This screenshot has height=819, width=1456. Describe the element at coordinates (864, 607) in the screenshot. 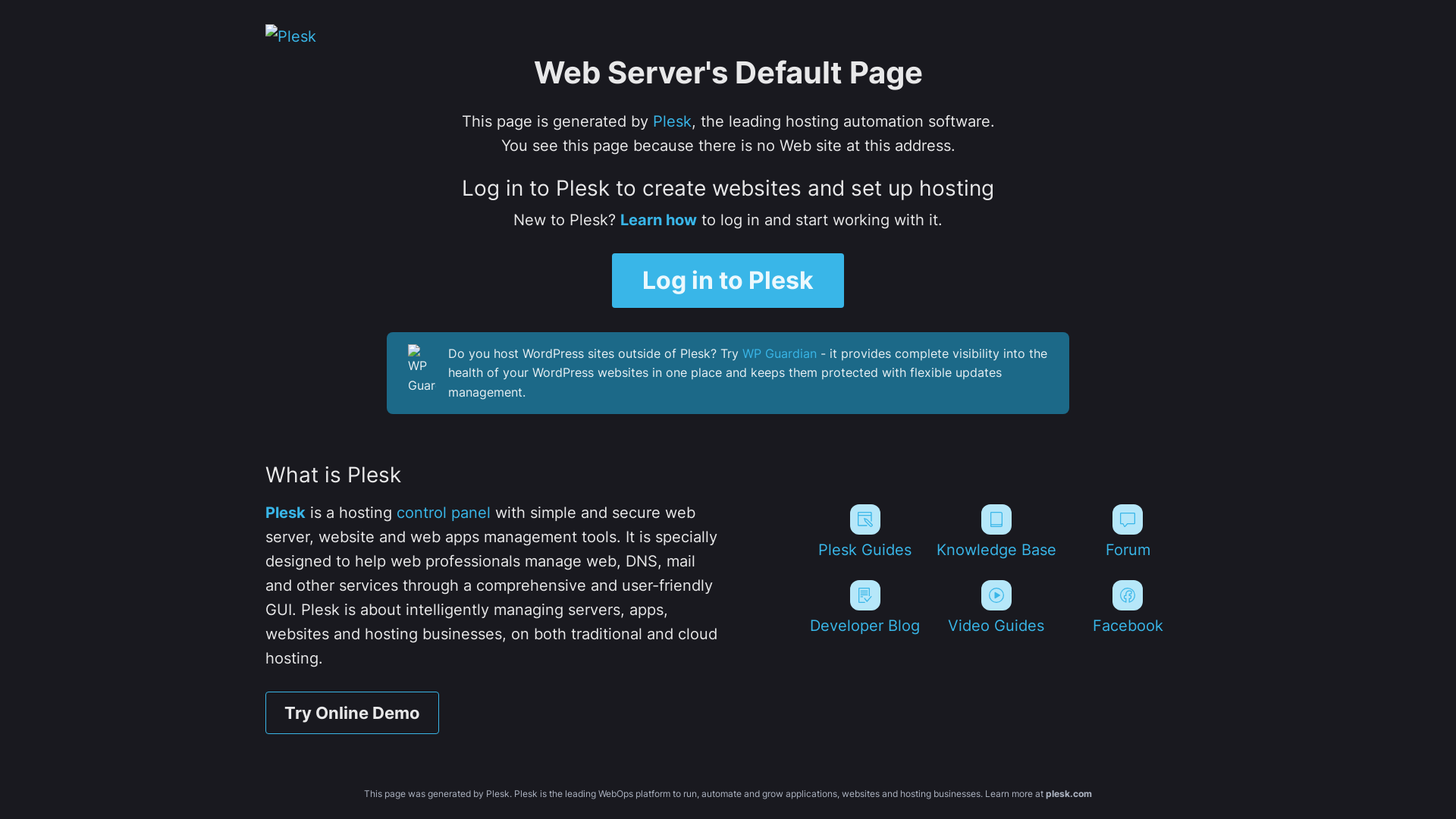

I see `'Developer Blog'` at that location.